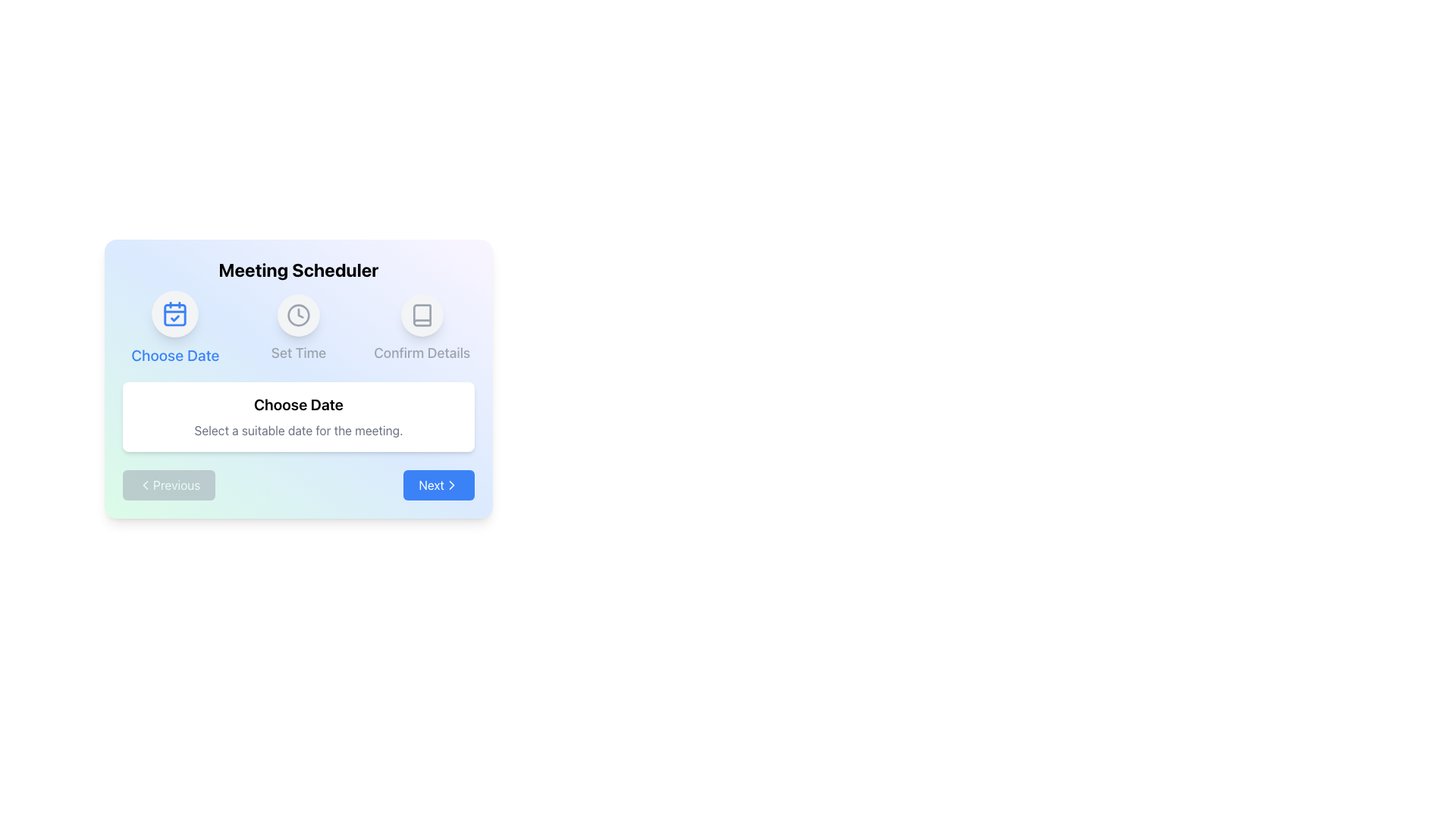  Describe the element at coordinates (422, 353) in the screenshot. I see `the 'Confirm Details' text label which is a gray-colored label in bold medium-sized font, positioned centrally below a circular book icon` at that location.